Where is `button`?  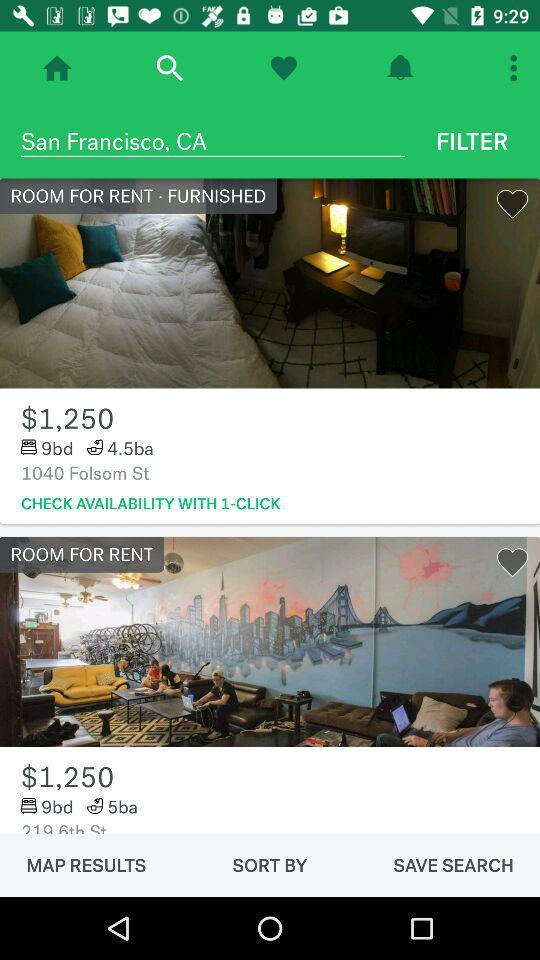
button is located at coordinates (282, 68).